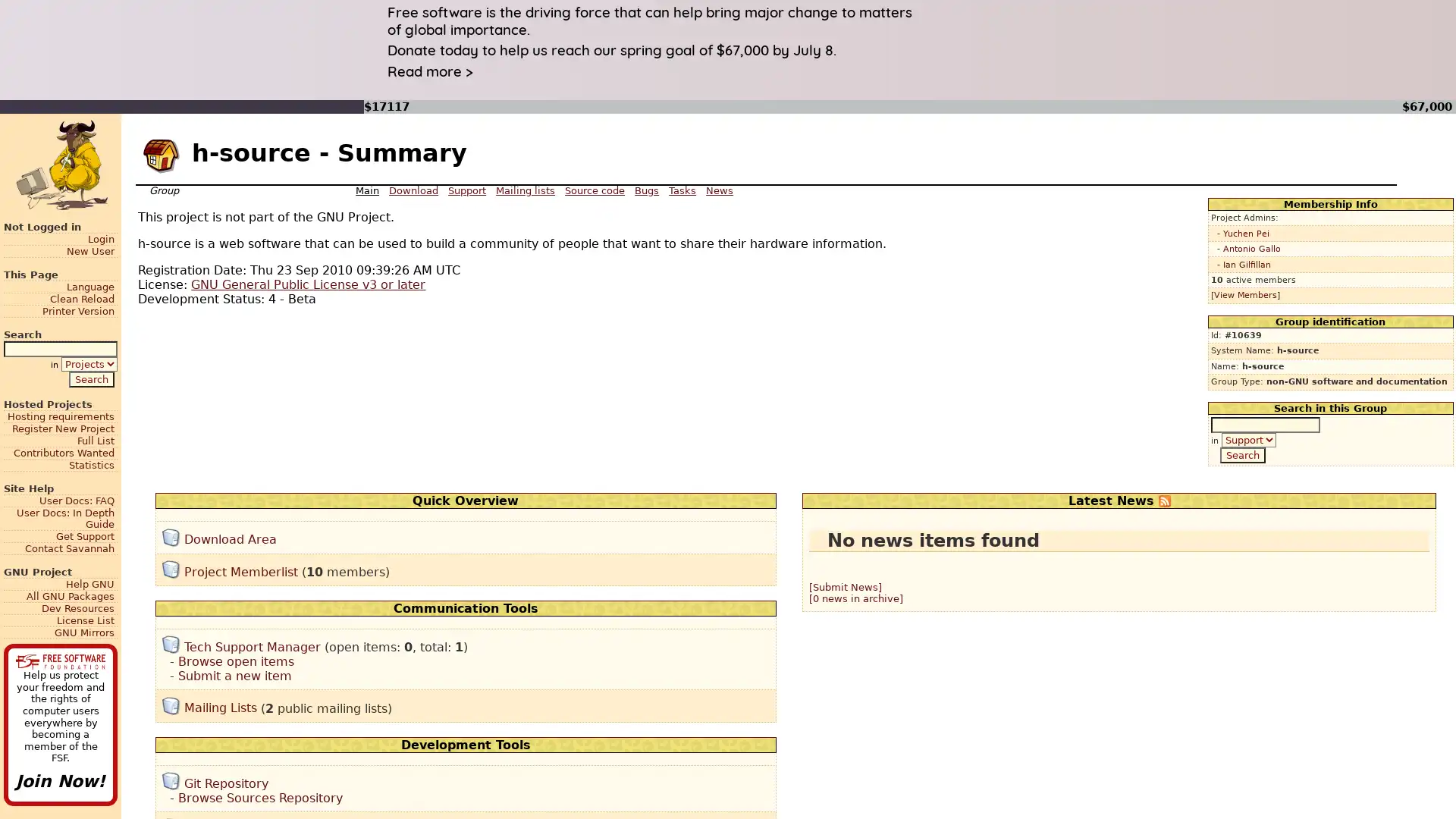 Image resolution: width=1456 pixels, height=819 pixels. Describe the element at coordinates (1241, 453) in the screenshot. I see `Search` at that location.